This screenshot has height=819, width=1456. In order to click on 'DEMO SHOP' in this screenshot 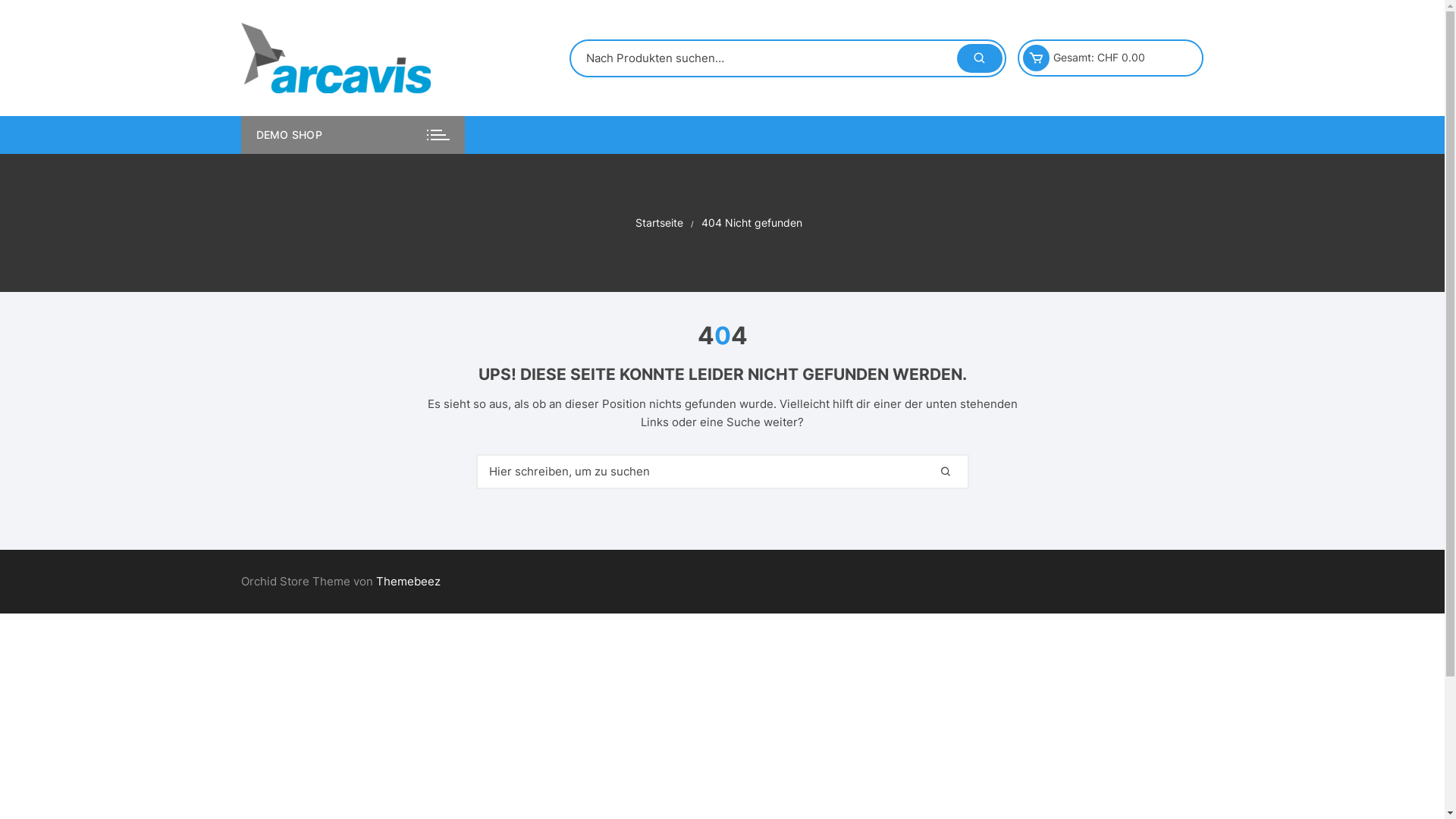, I will do `click(352, 133)`.